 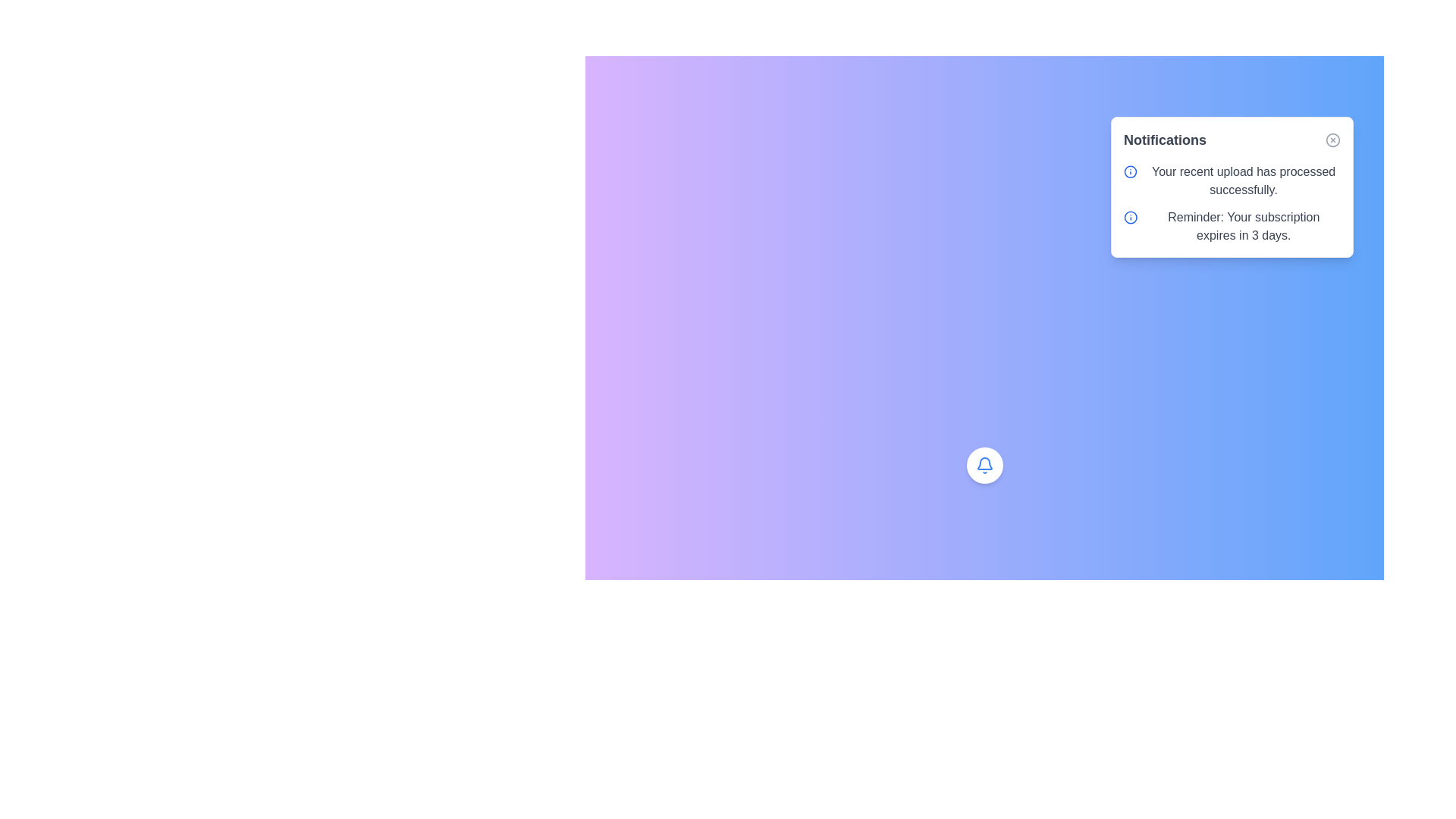 I want to click on the bell icon representing notifications within the circular button, so click(x=984, y=464).